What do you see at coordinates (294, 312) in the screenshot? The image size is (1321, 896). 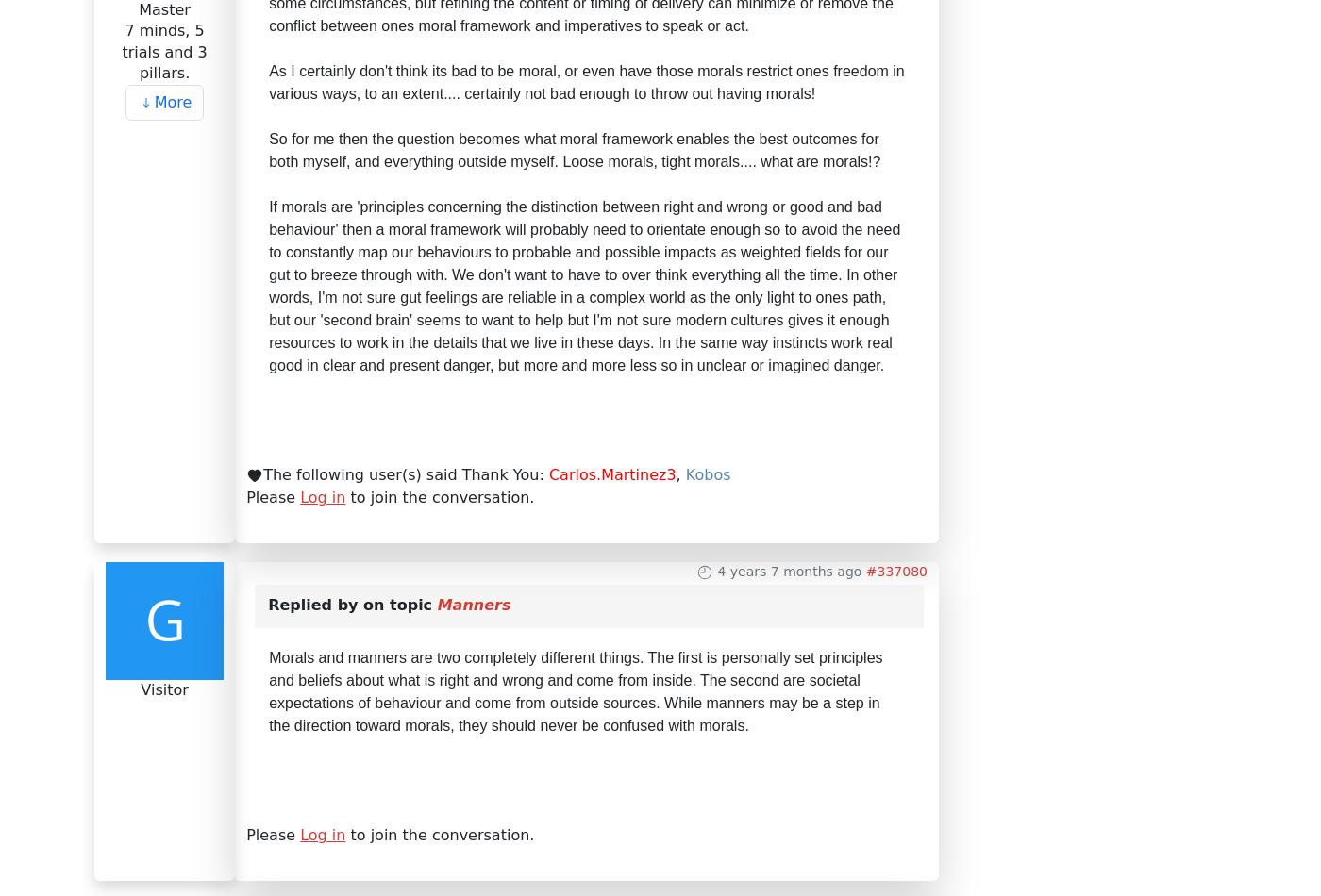 I see `'3'` at bounding box center [294, 312].